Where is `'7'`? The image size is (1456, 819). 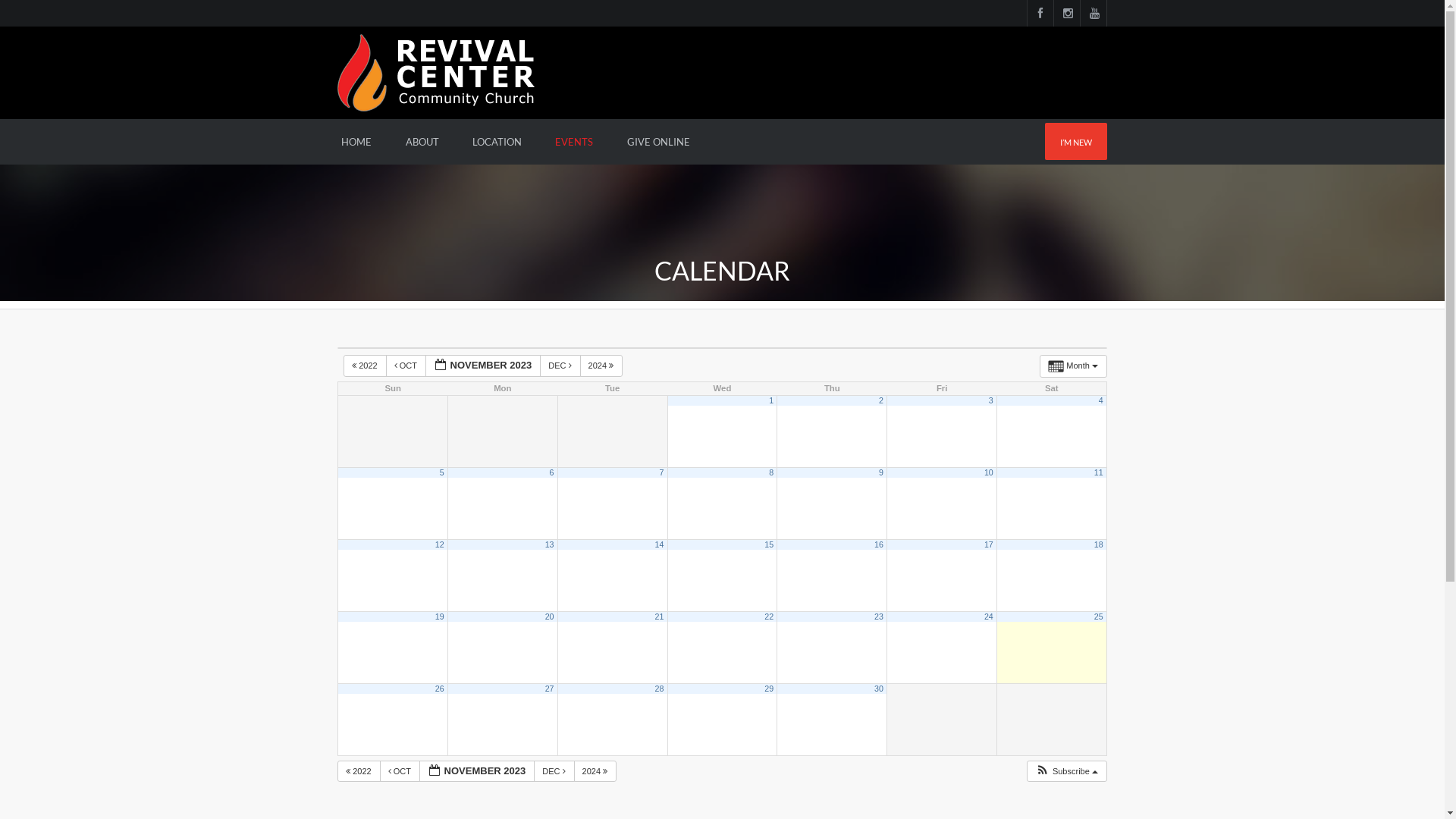
'7' is located at coordinates (661, 472).